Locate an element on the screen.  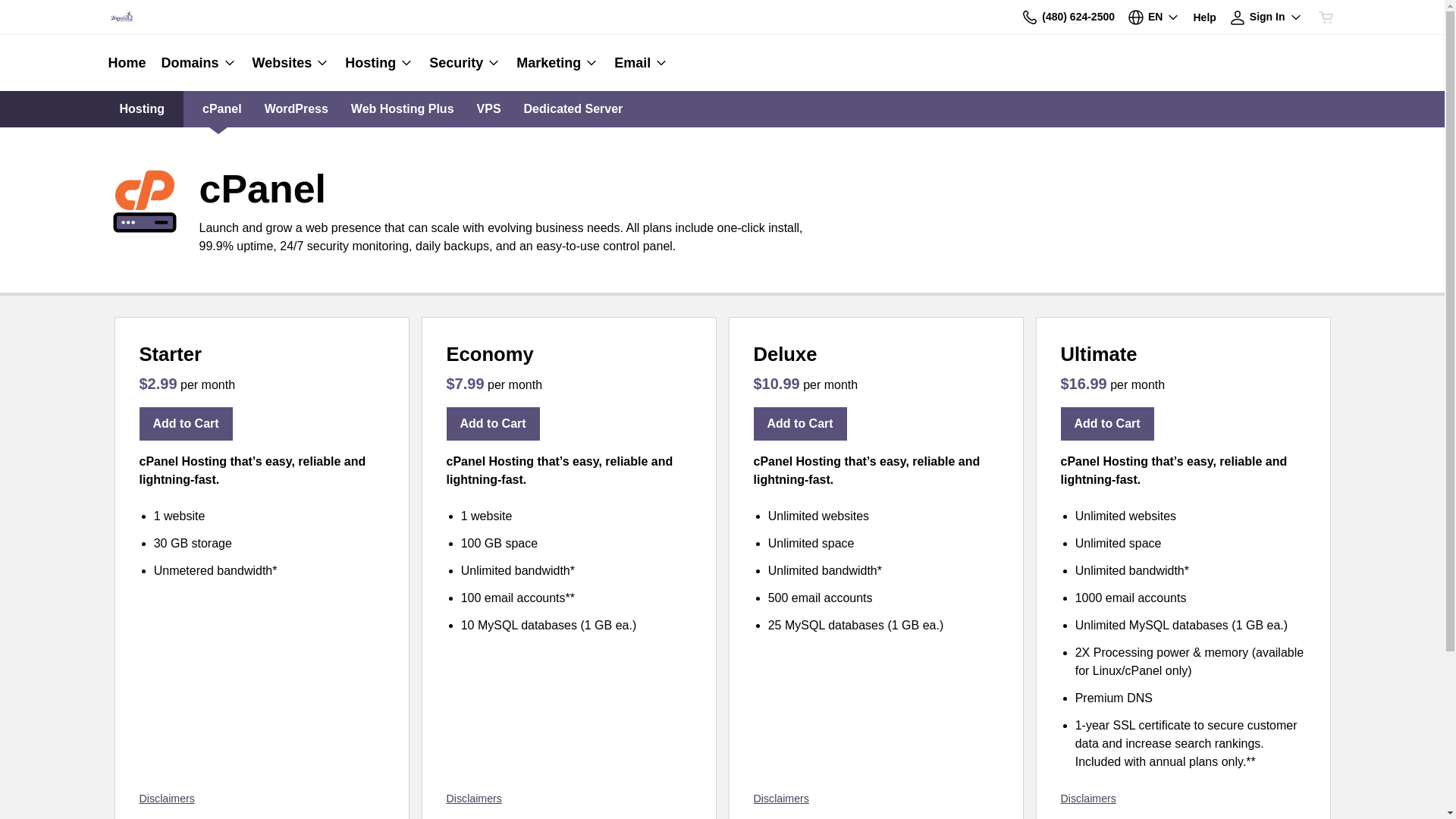
'WordPress' is located at coordinates (265, 108).